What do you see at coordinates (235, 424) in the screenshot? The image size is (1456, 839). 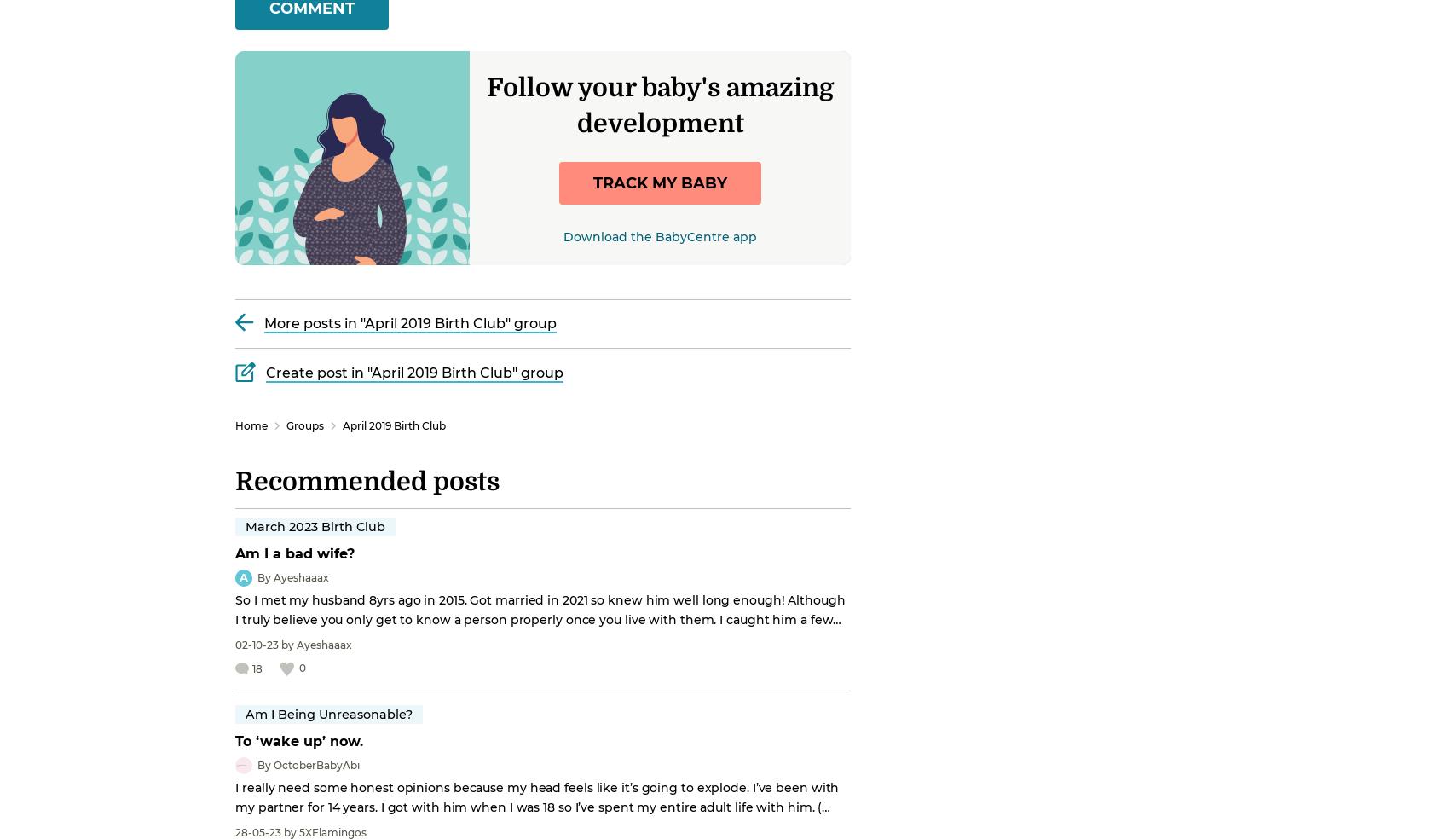 I see `'Home'` at bounding box center [235, 424].